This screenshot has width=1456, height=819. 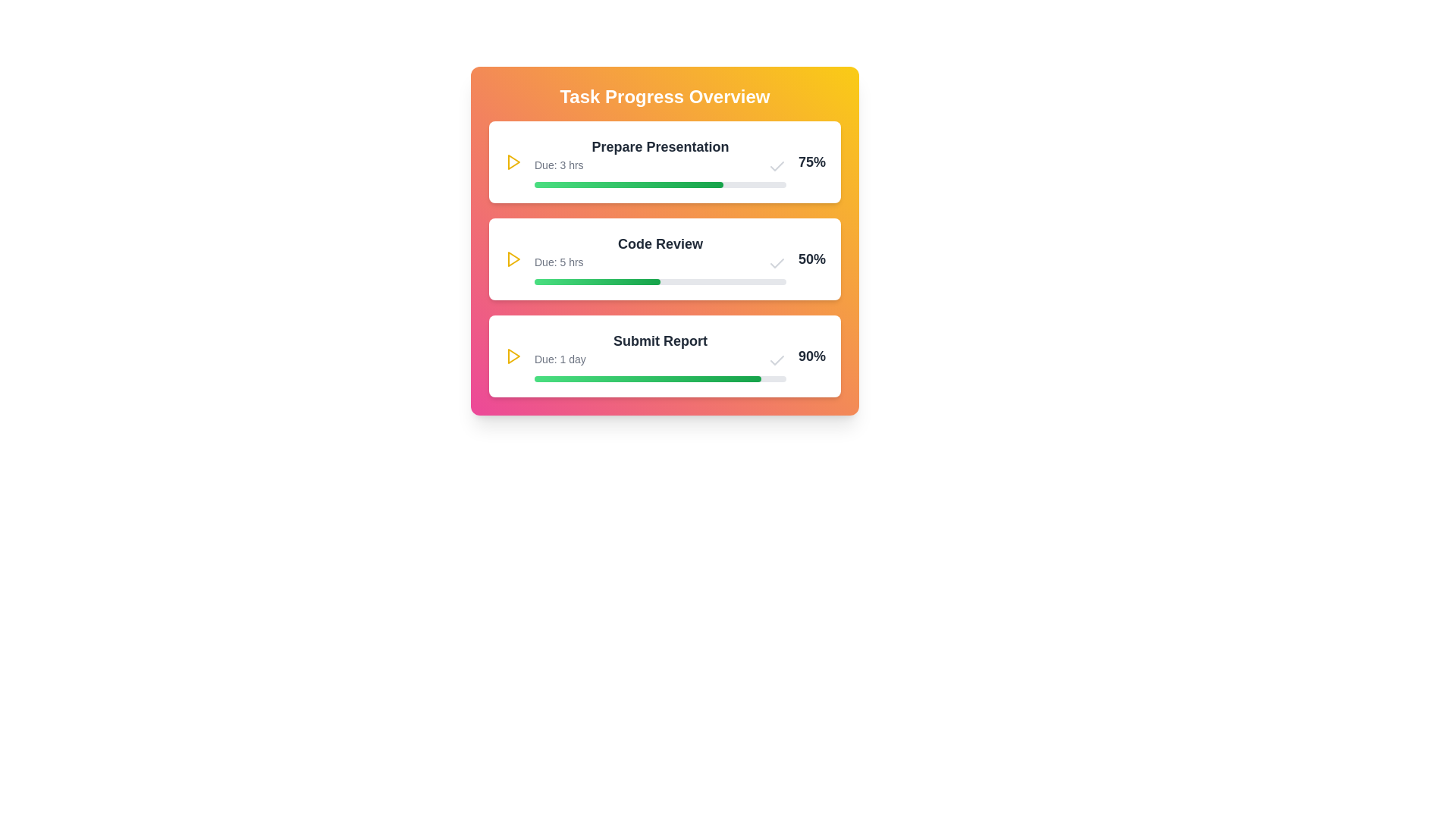 What do you see at coordinates (660, 184) in the screenshot?
I see `the horizontal progress bar indicating 75% completion under the task 'Prepare Presentation'` at bounding box center [660, 184].